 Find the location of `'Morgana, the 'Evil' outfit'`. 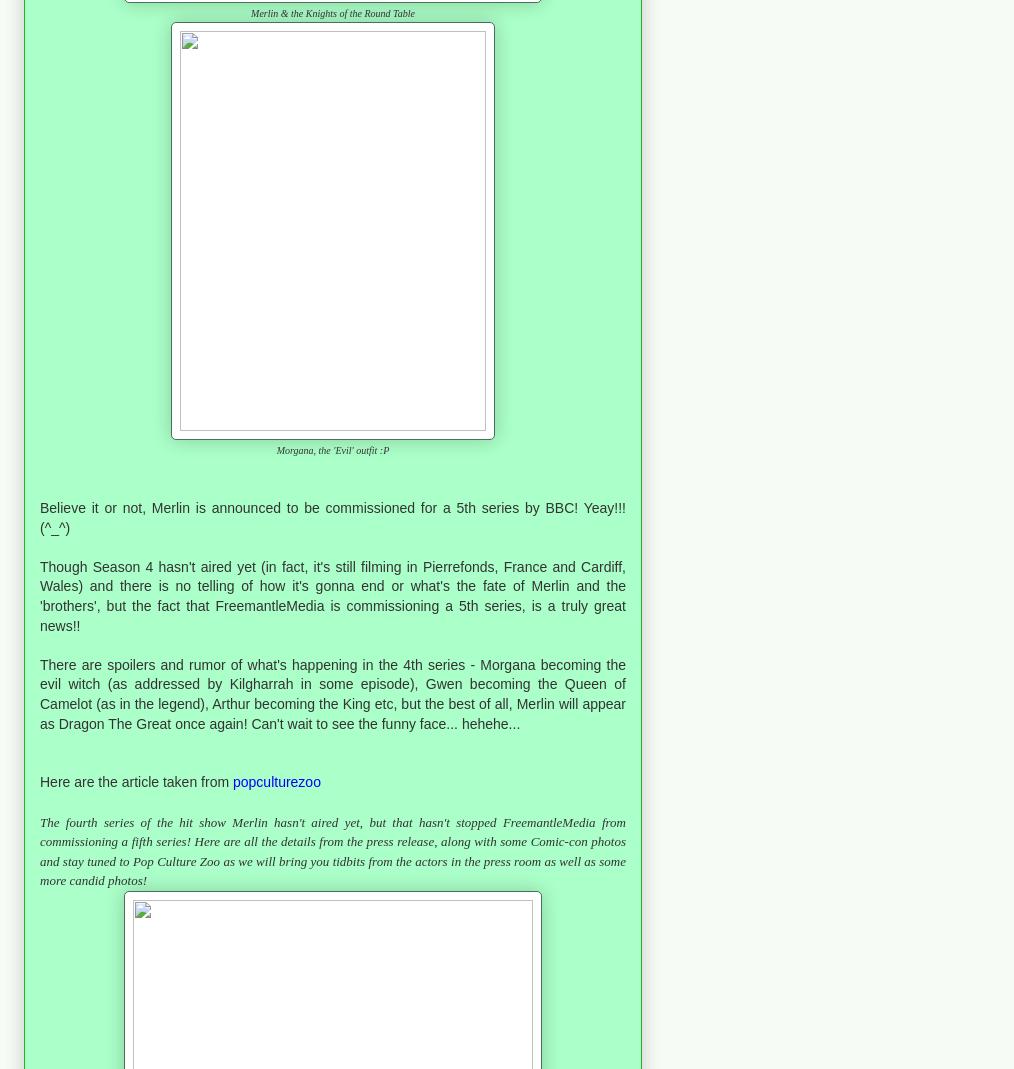

'Morgana, the 'Evil' outfit' is located at coordinates (326, 449).